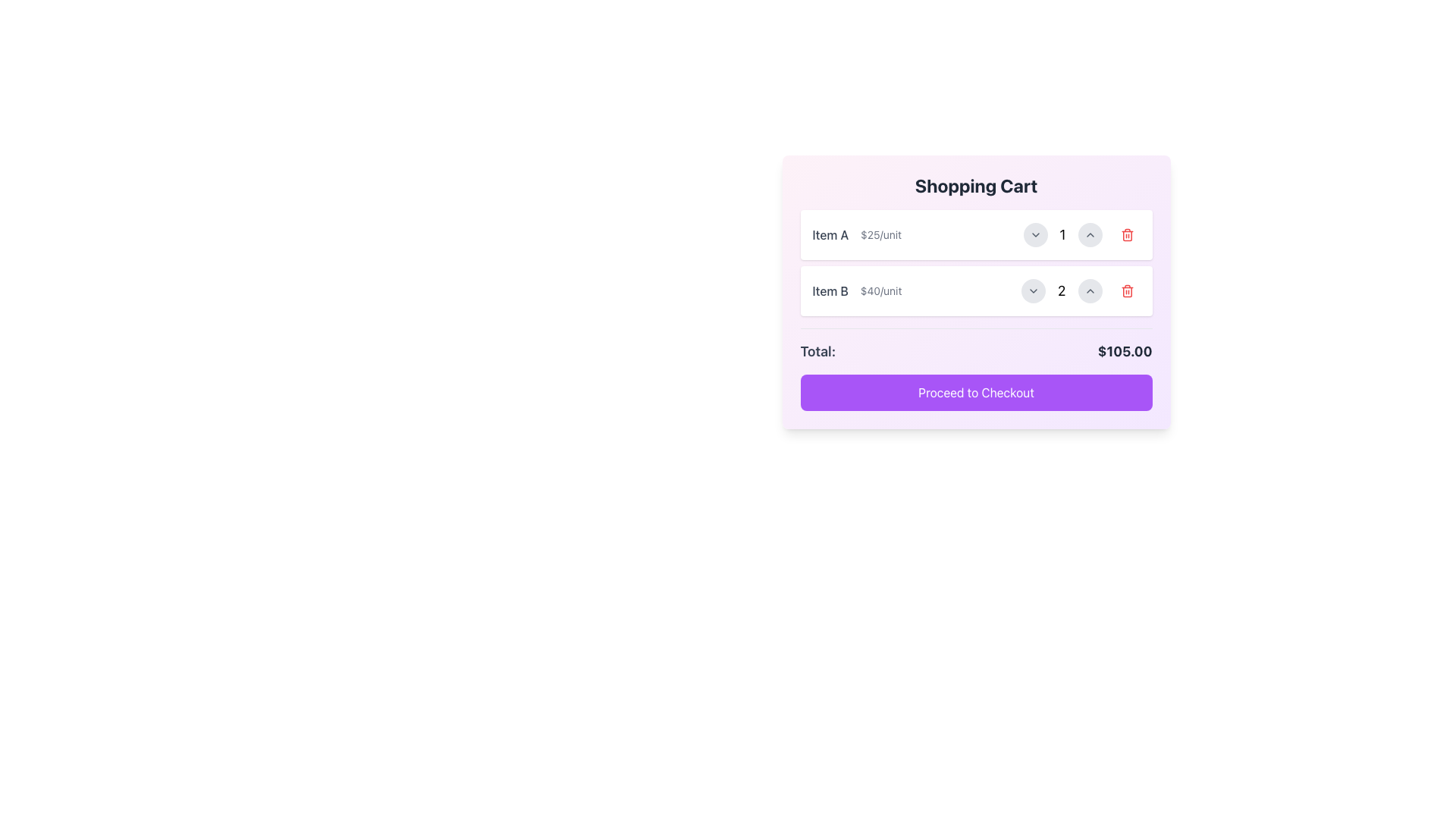 The width and height of the screenshot is (1456, 819). I want to click on the text label element displaying 'Item A' in the shopping cart interface, which is styled in bold gray font and positioned to the left of the price information, so click(830, 234).